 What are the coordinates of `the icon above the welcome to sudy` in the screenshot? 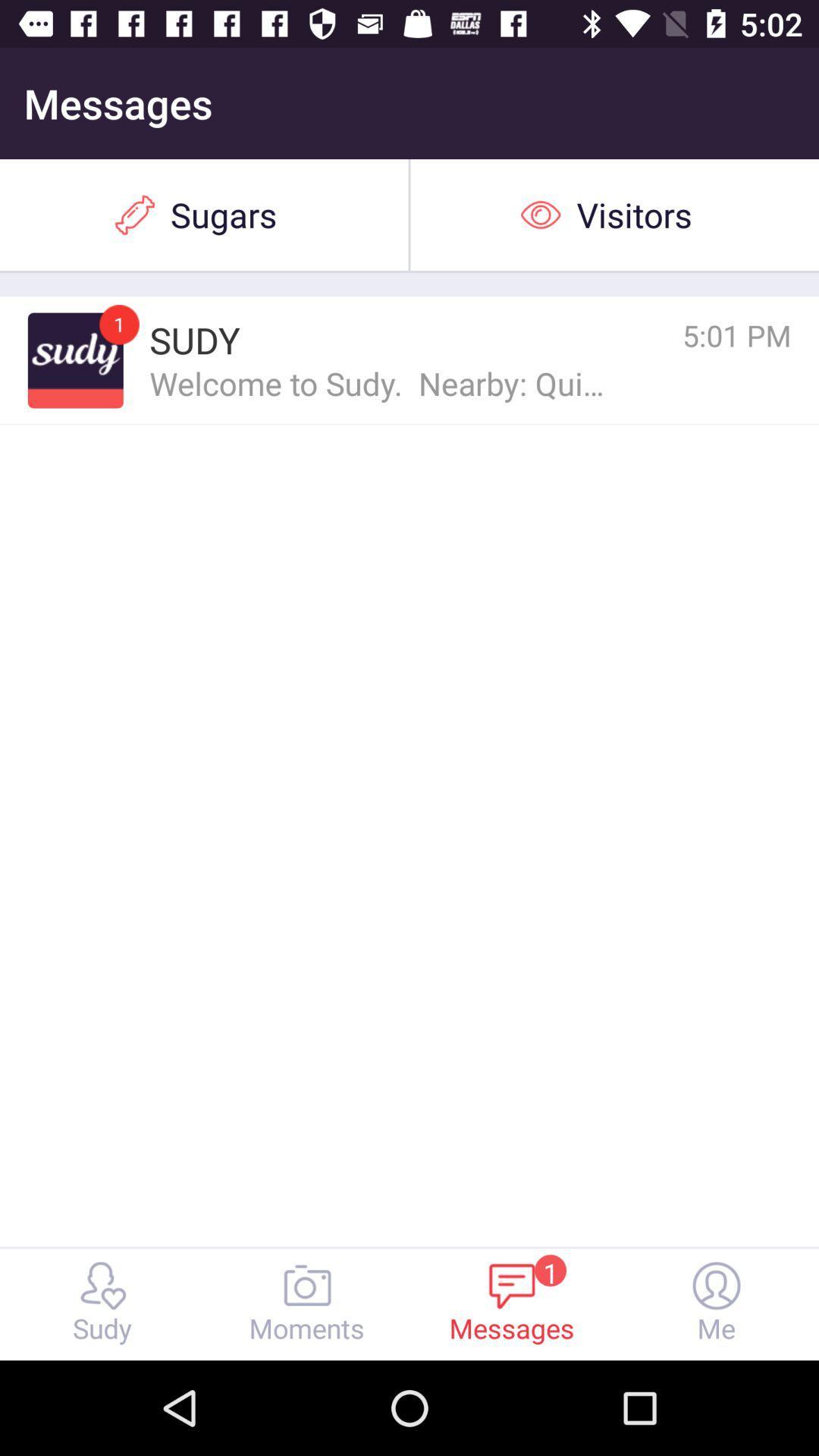 It's located at (669, 334).